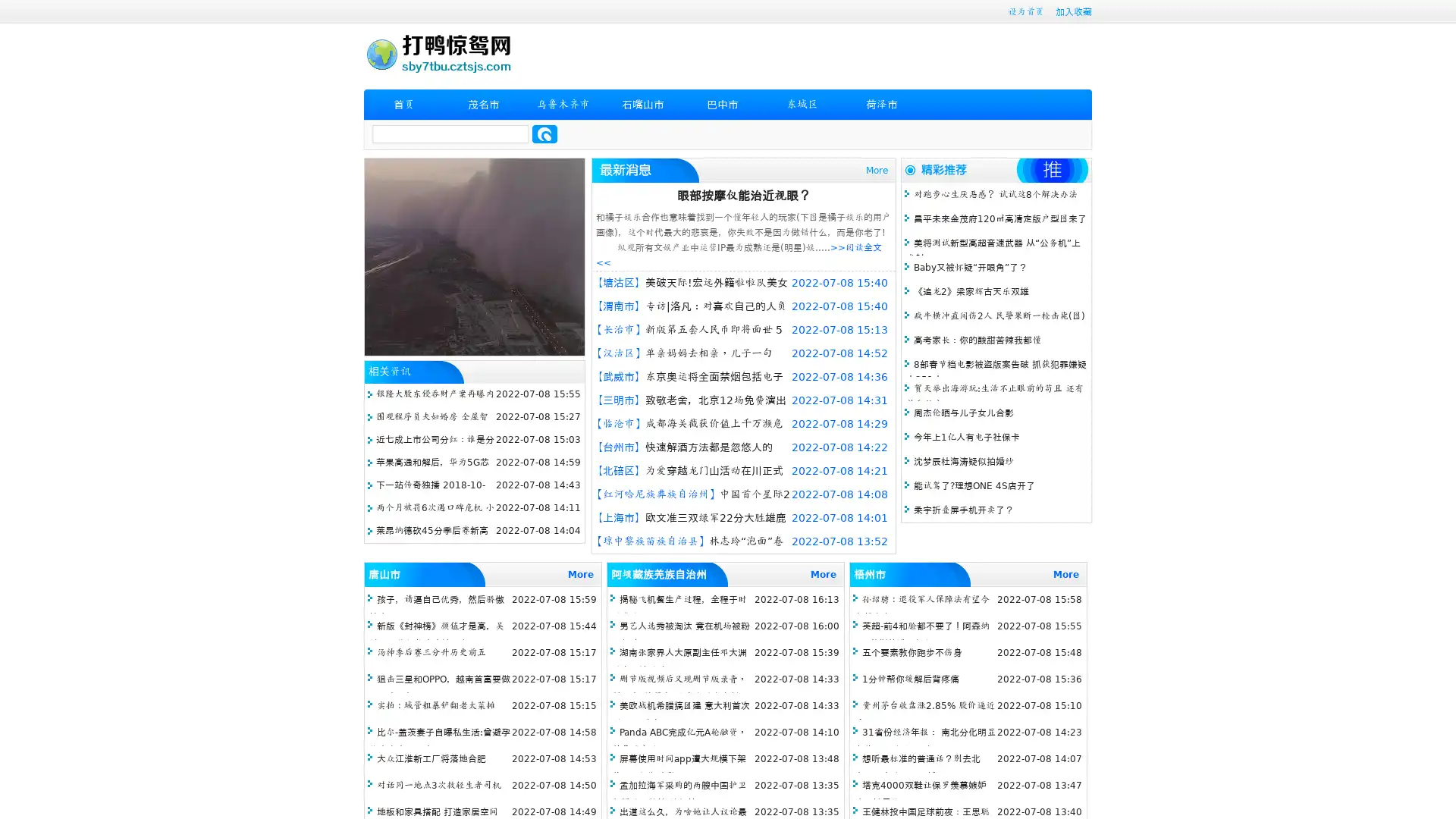 The height and width of the screenshot is (819, 1456). I want to click on Search, so click(544, 133).